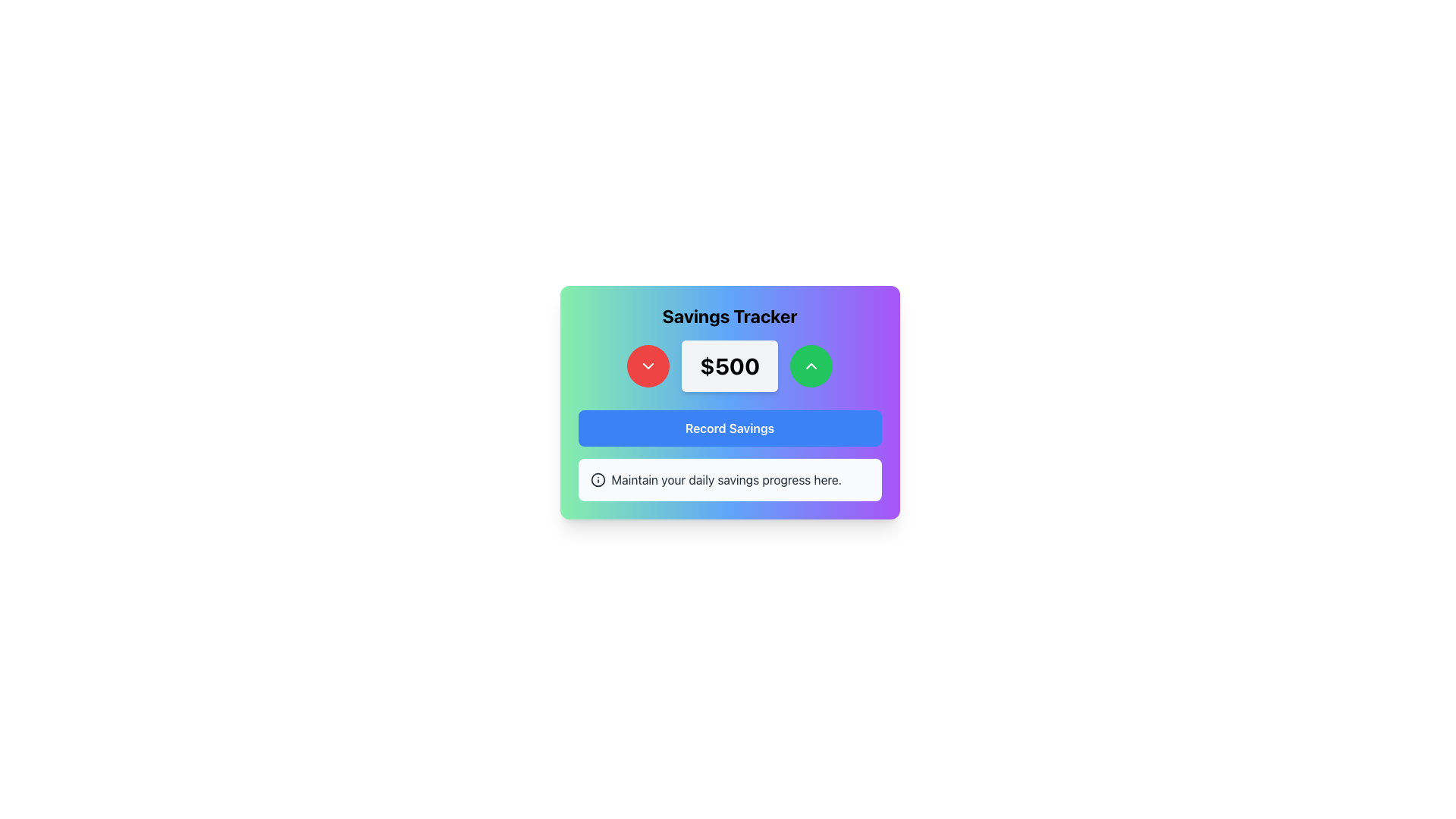  Describe the element at coordinates (811, 366) in the screenshot. I see `the upward increment button located on the rightmost side of a row, adjacent to a rectangular box displaying '$500'` at that location.